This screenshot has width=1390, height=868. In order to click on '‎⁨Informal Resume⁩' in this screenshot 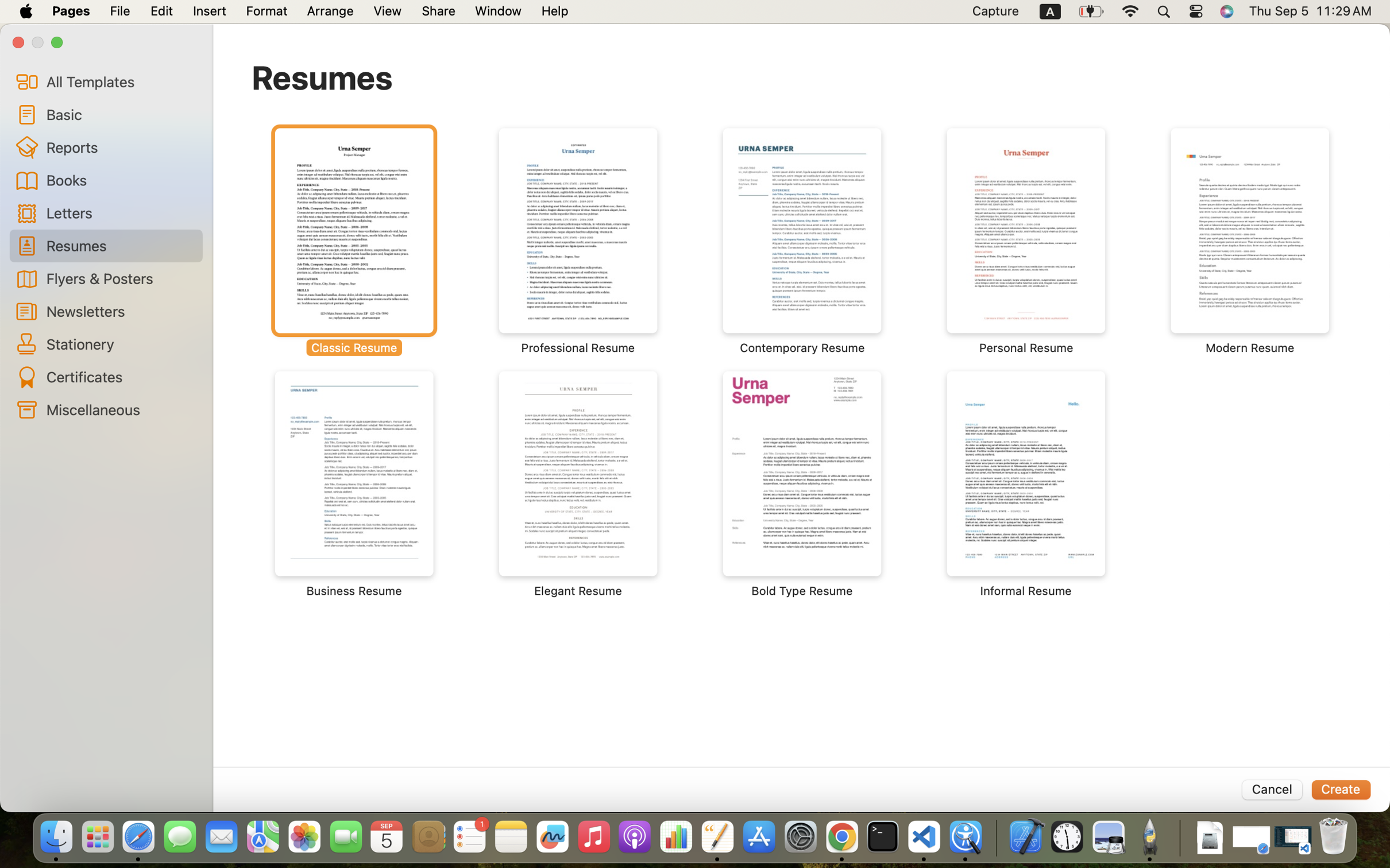, I will do `click(1026, 484)`.